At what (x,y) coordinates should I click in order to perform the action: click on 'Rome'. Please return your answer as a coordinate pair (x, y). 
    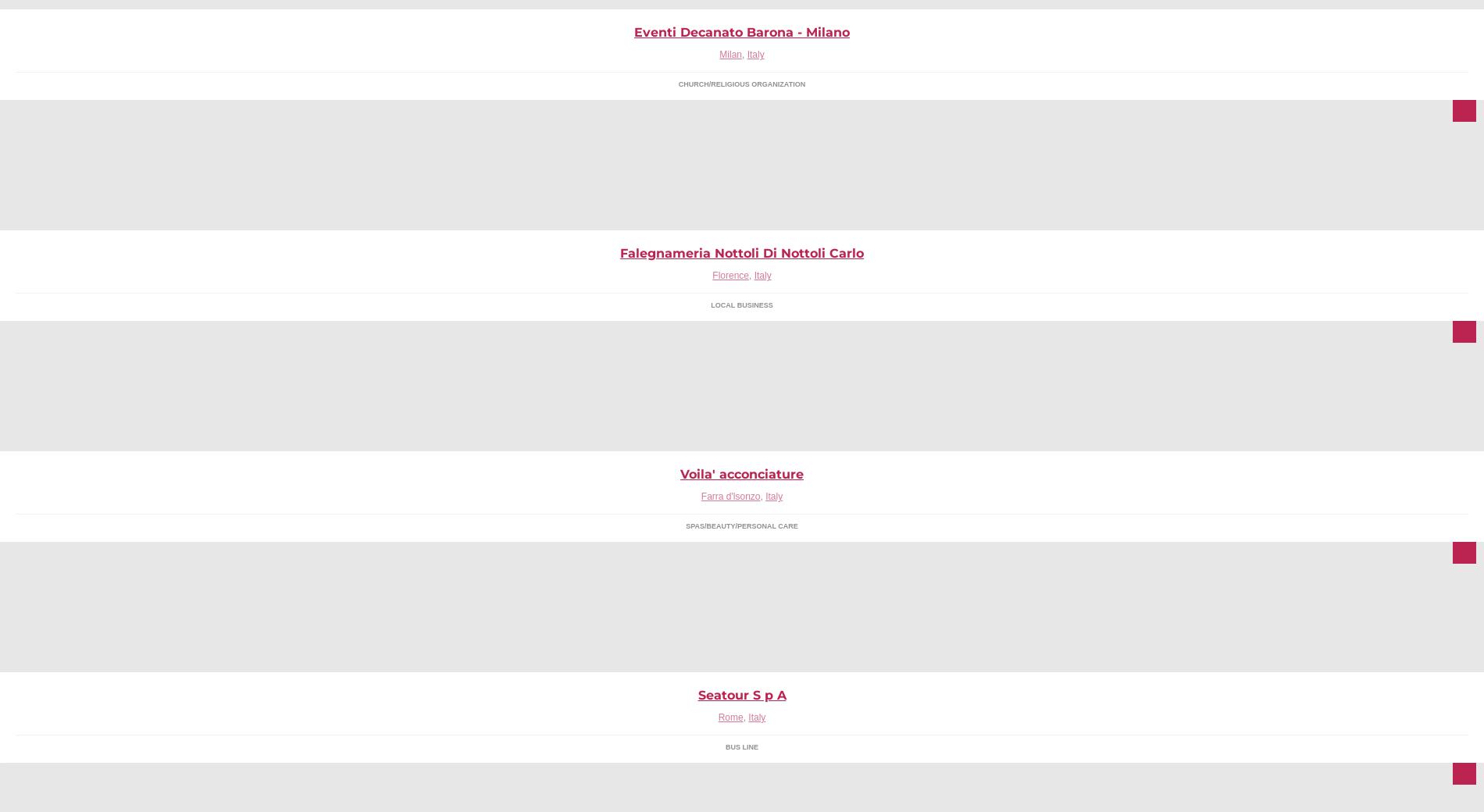
    Looking at the image, I should click on (717, 718).